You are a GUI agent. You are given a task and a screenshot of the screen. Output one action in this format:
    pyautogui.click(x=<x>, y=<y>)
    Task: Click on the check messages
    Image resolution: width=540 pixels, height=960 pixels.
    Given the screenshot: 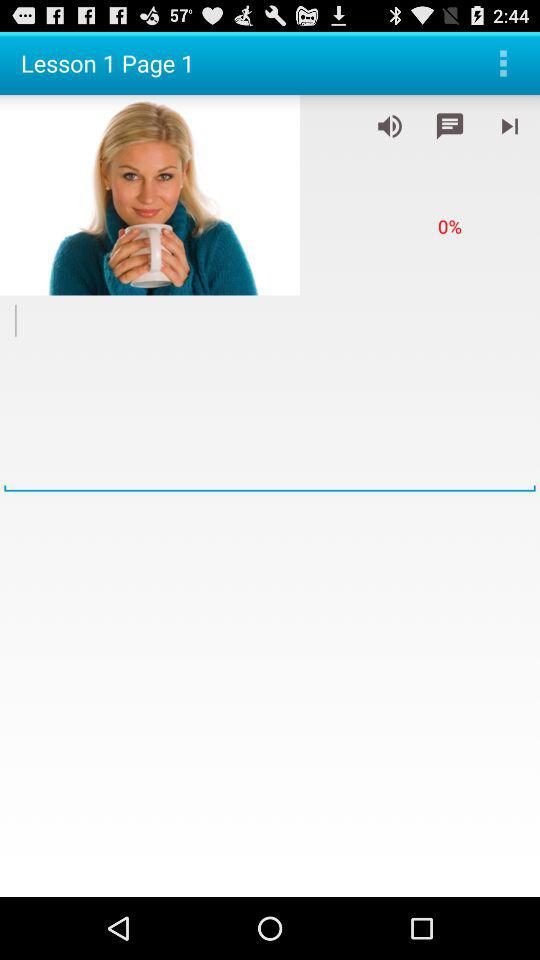 What is the action you would take?
    pyautogui.click(x=449, y=125)
    